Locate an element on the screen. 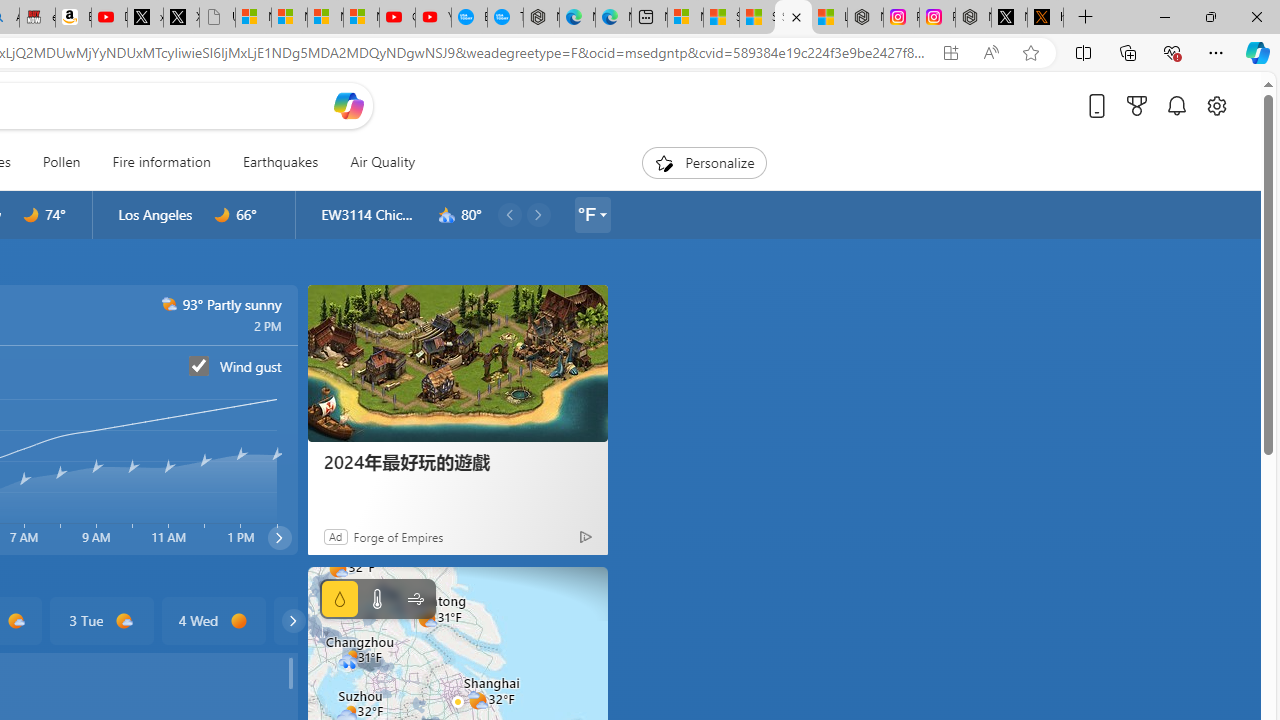  'Earthquakes' is located at coordinates (279, 162).